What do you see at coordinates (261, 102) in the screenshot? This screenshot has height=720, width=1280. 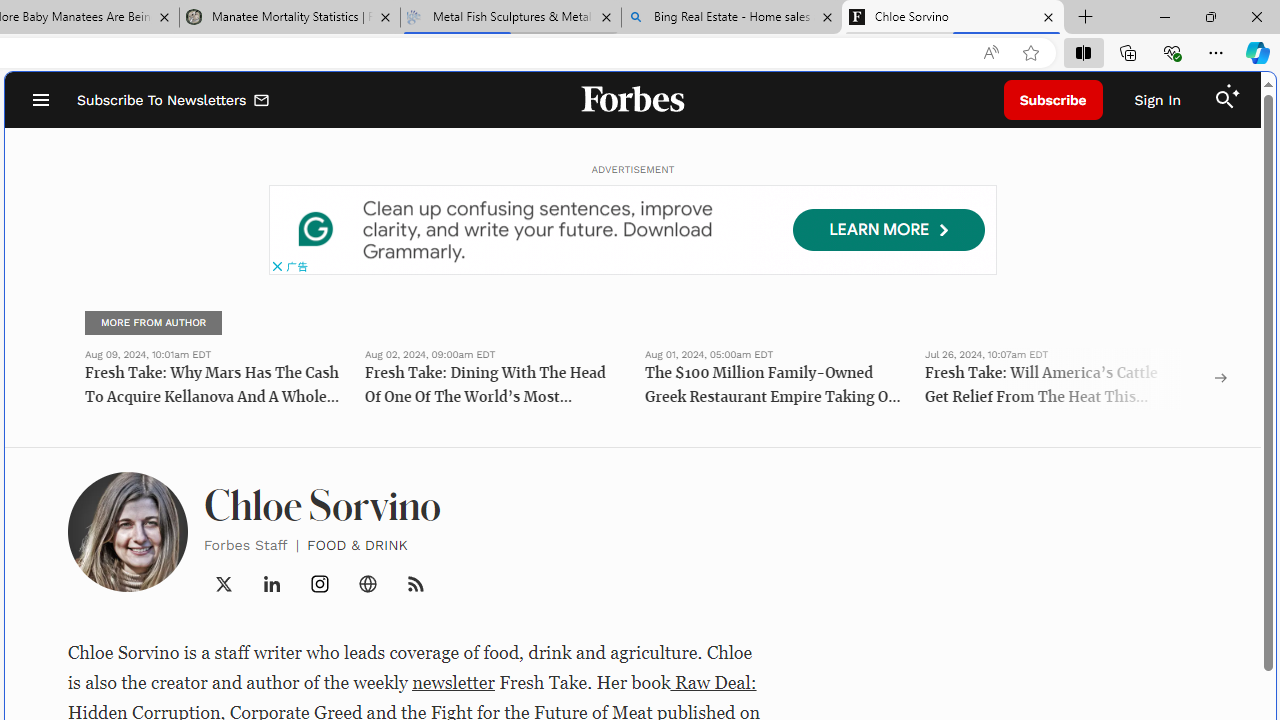 I see `'Class: envelope_svg__fs-icon envelope_svg__fs-icon--envelope'` at bounding box center [261, 102].